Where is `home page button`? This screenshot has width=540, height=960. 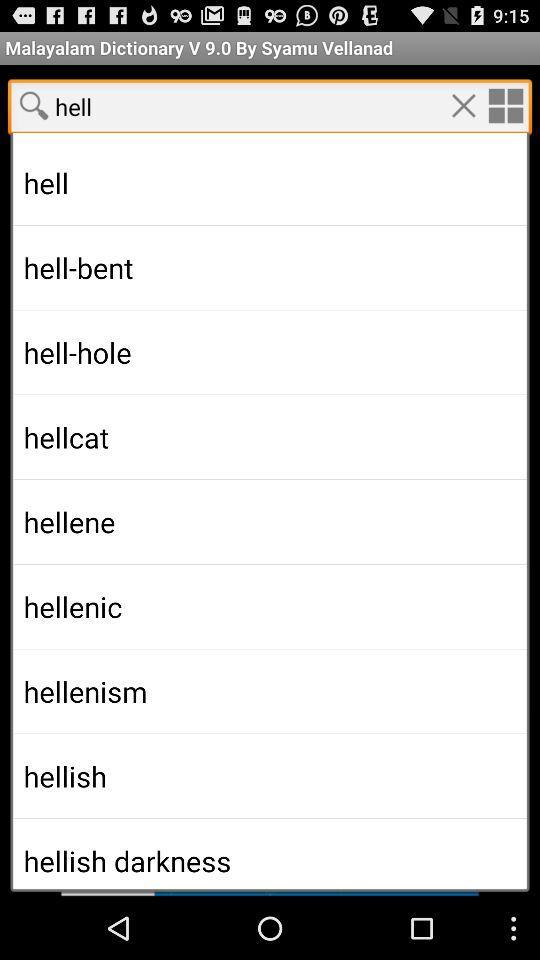
home page button is located at coordinates (504, 105).